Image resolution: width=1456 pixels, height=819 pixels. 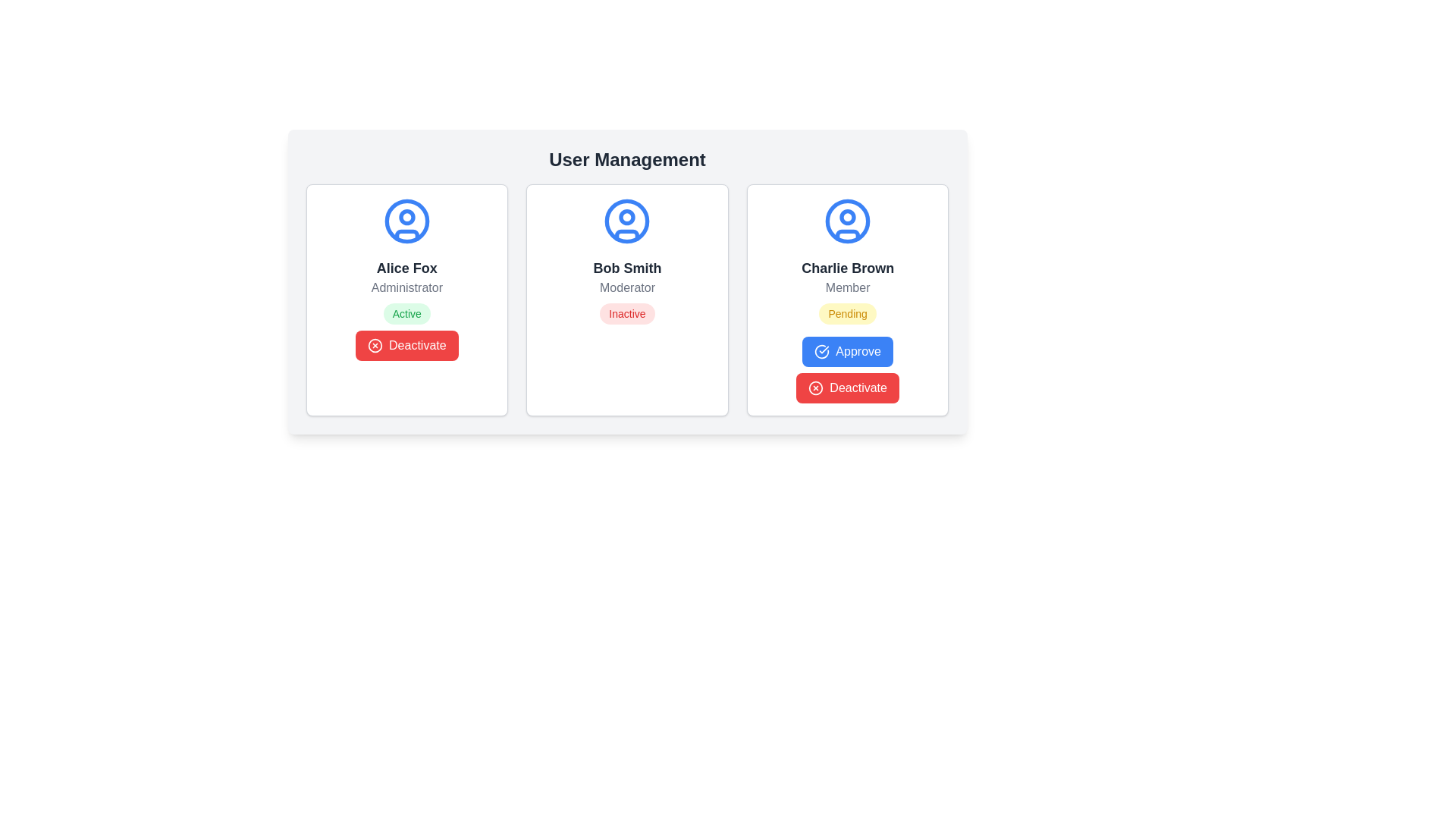 What do you see at coordinates (406, 221) in the screenshot?
I see `circular graphical element representing the user profile icon of Alice Fox, located within the user management section` at bounding box center [406, 221].